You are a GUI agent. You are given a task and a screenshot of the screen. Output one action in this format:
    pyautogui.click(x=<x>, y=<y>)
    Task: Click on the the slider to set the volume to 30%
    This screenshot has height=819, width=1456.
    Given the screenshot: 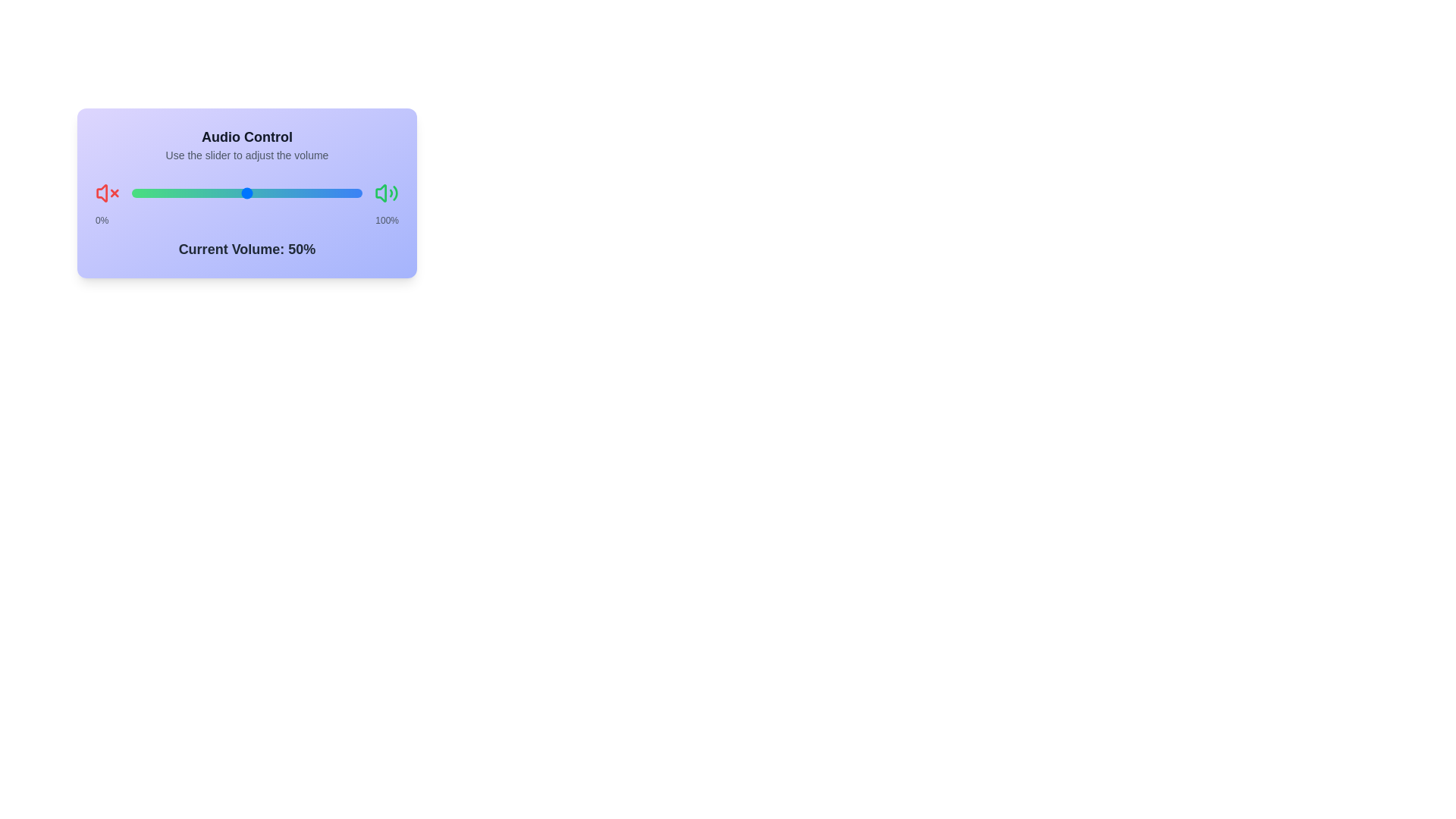 What is the action you would take?
    pyautogui.click(x=131, y=192)
    